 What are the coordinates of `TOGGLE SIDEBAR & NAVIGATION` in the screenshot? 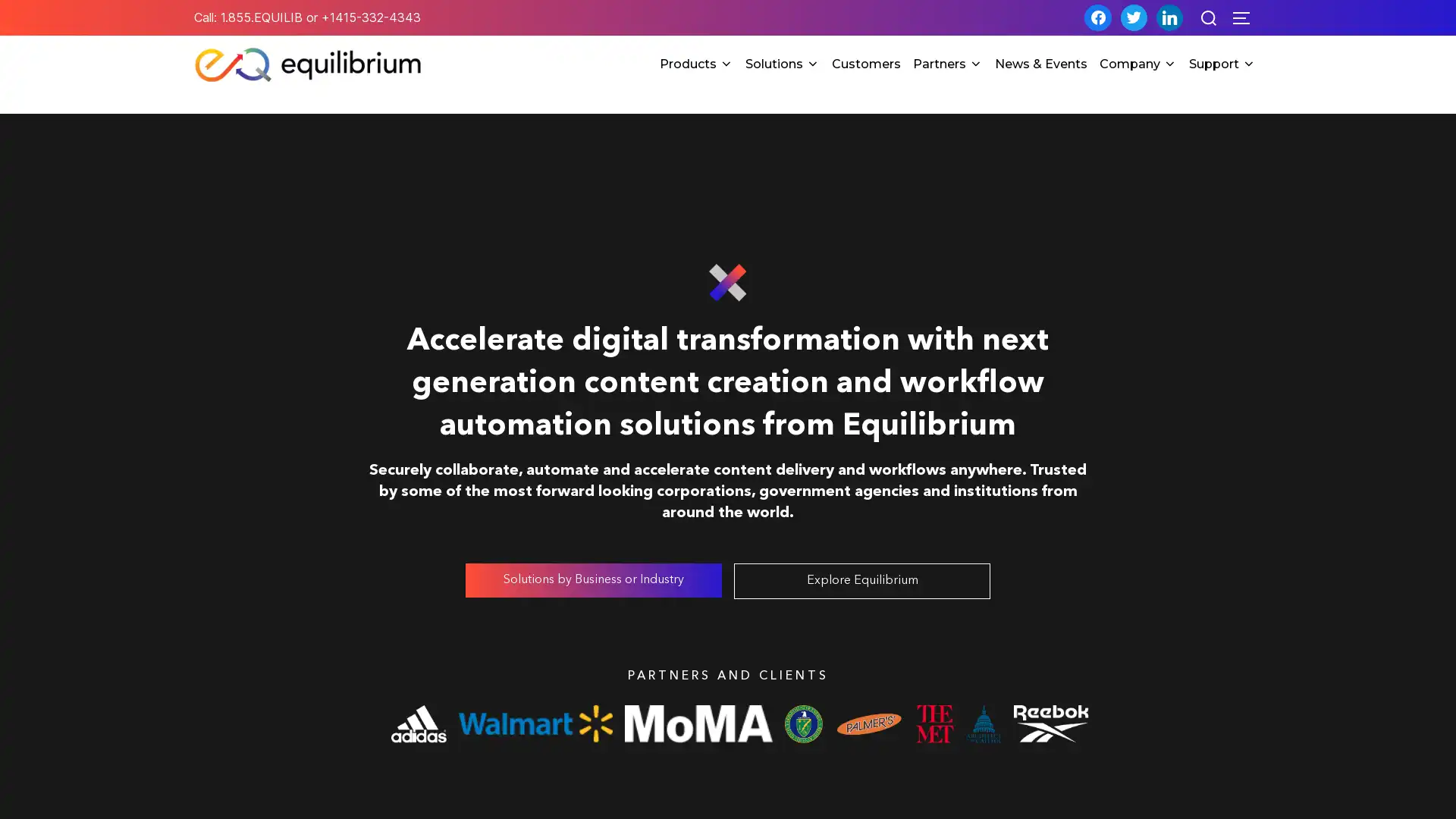 It's located at (1246, 17).